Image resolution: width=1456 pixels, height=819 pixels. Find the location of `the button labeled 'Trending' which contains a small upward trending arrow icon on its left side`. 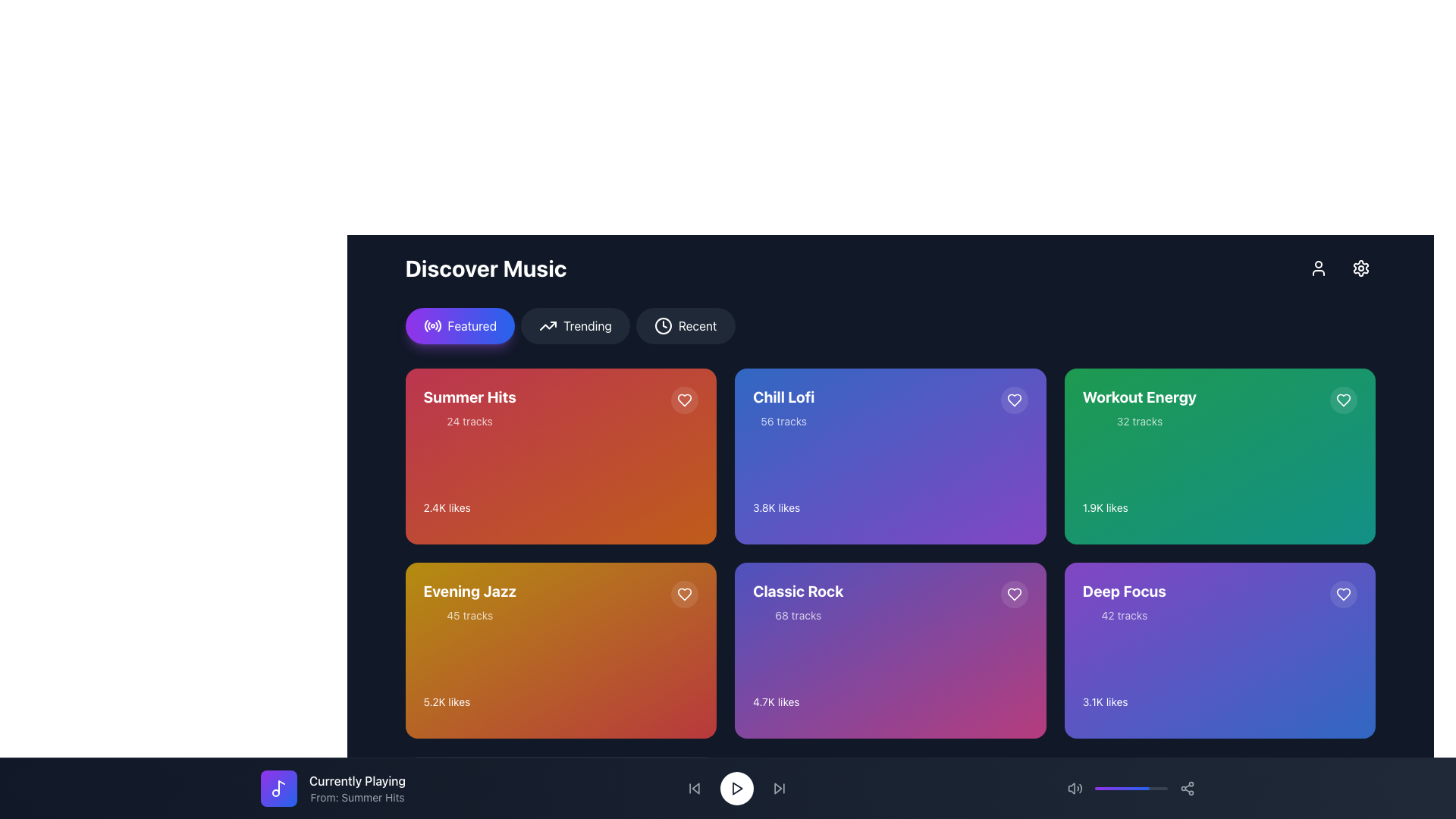

the button labeled 'Trending' which contains a small upward trending arrow icon on its left side is located at coordinates (548, 325).